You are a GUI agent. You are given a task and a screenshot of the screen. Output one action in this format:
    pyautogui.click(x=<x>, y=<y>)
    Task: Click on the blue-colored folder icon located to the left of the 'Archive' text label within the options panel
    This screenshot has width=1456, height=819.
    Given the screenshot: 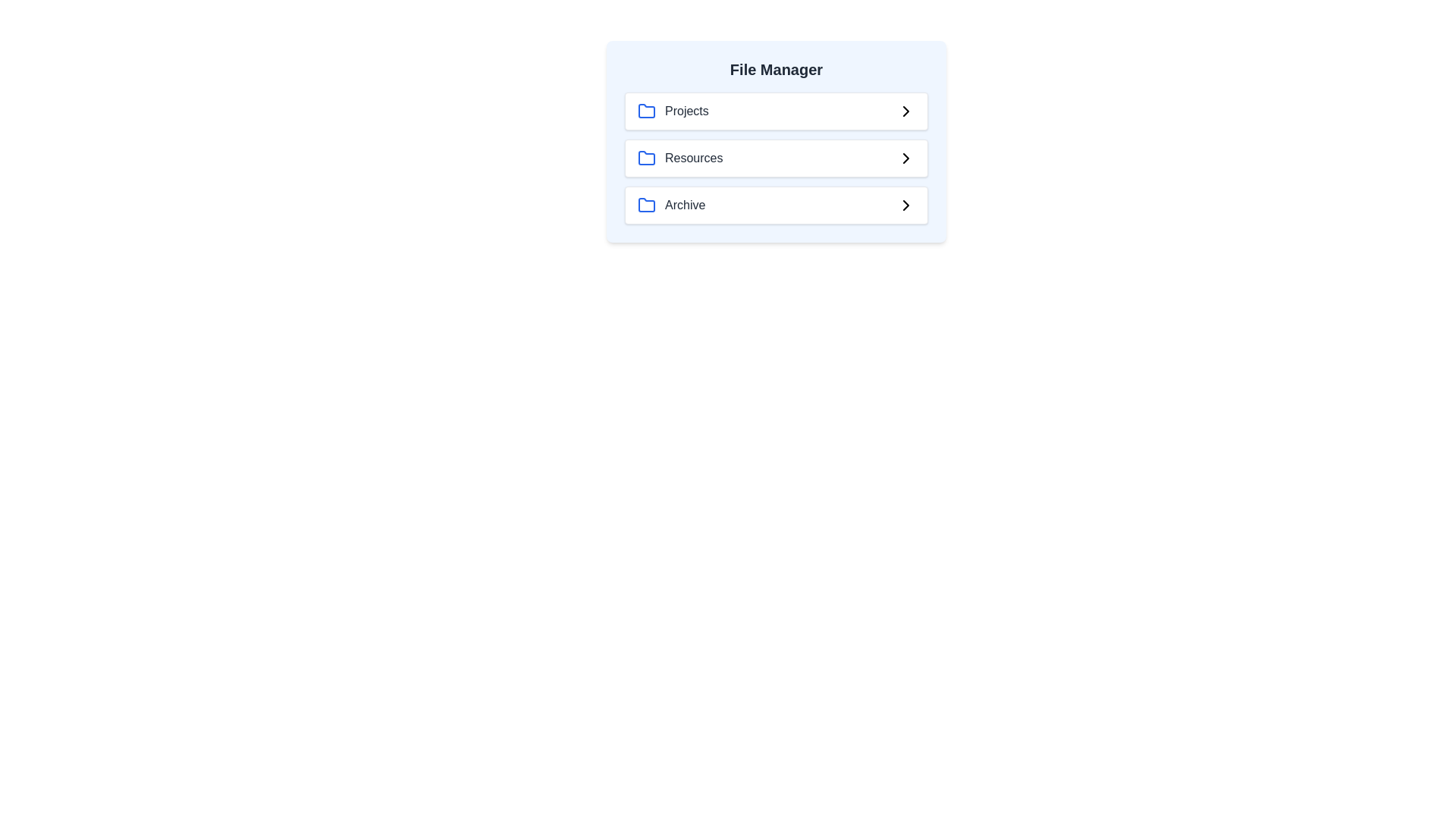 What is the action you would take?
    pyautogui.click(x=647, y=205)
    